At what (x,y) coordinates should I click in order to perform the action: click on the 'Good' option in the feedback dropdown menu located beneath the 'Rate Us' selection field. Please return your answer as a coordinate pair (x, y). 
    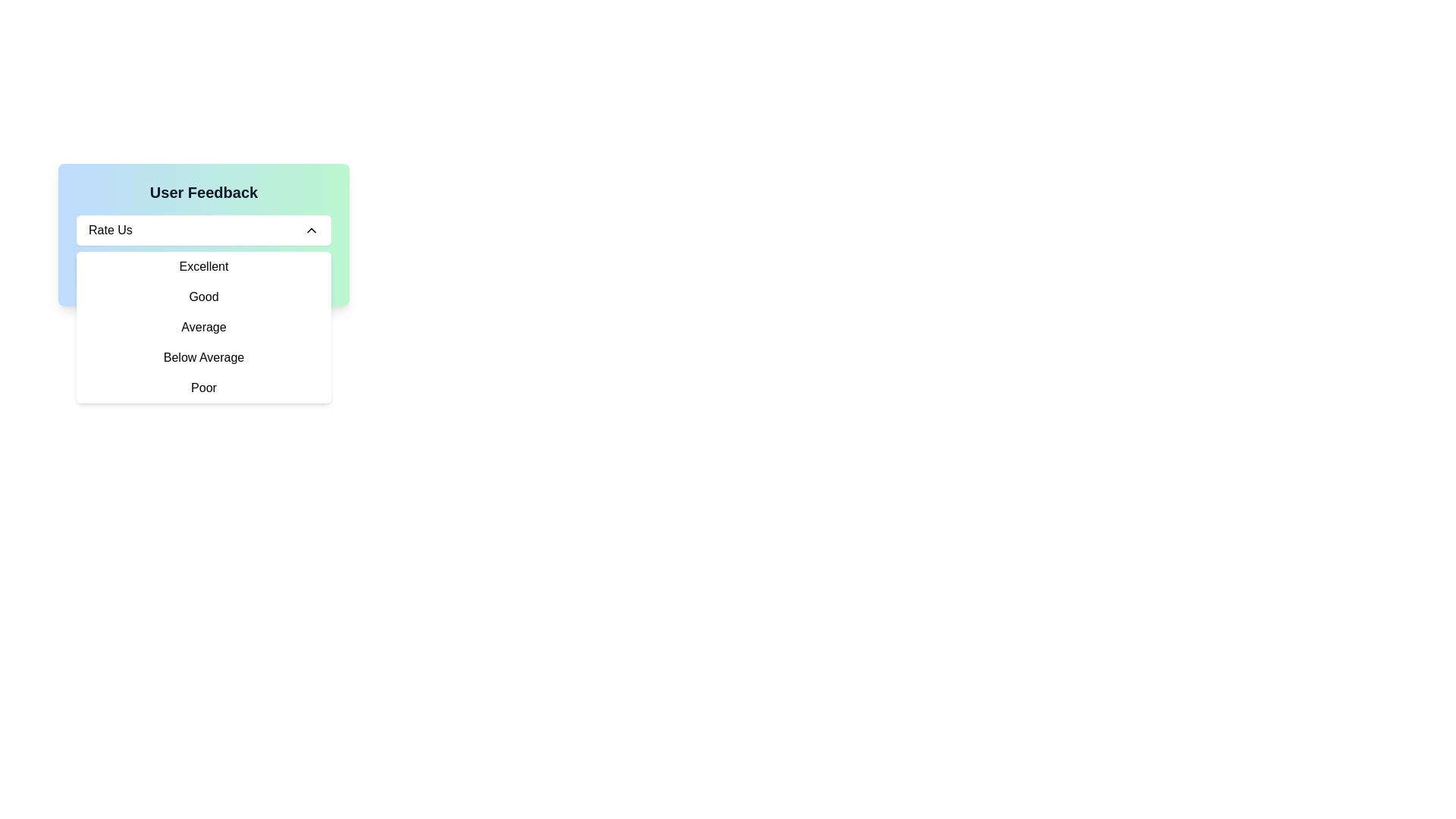
    Looking at the image, I should click on (202, 297).